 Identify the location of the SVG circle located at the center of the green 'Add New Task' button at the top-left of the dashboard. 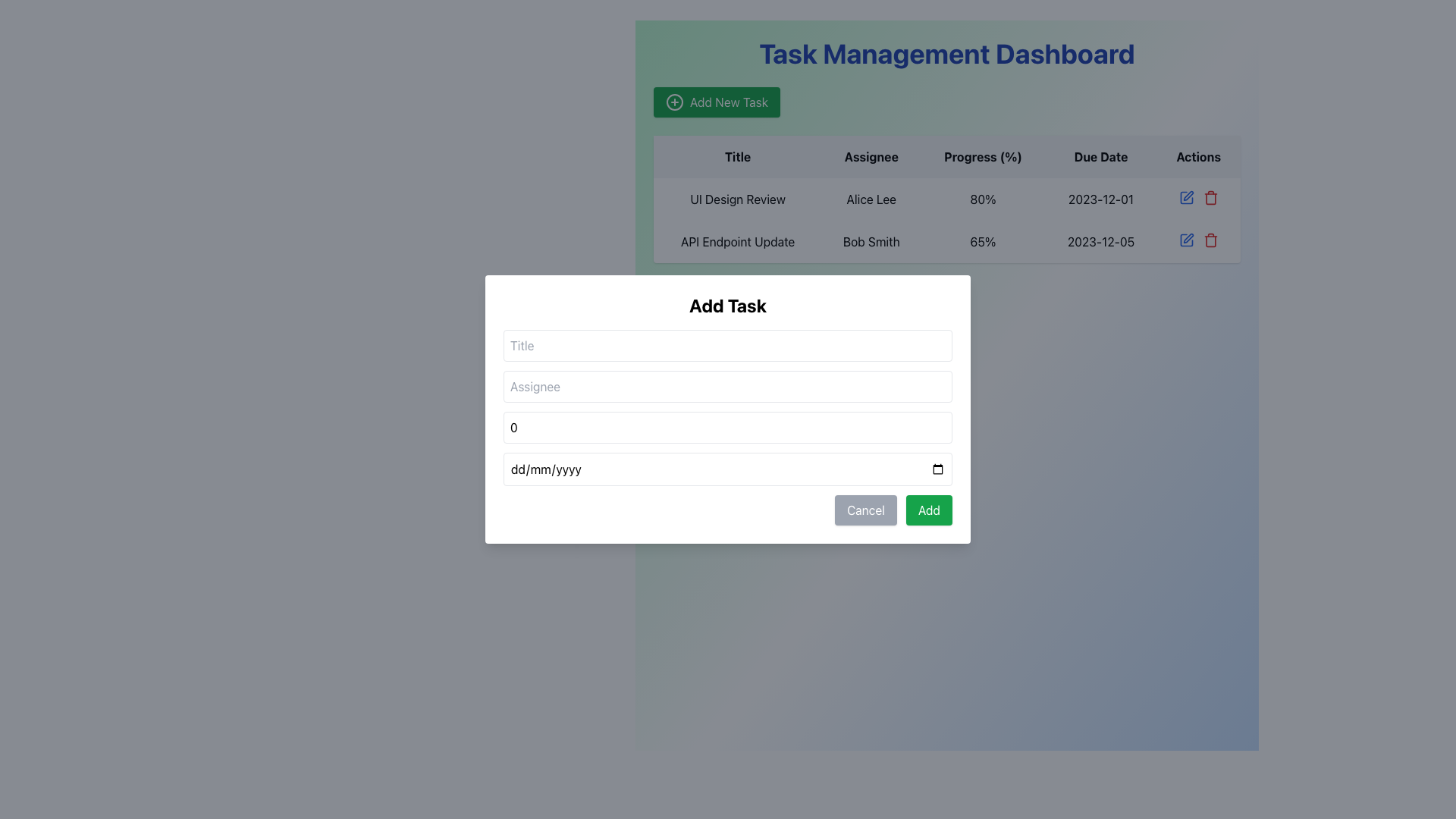
(673, 102).